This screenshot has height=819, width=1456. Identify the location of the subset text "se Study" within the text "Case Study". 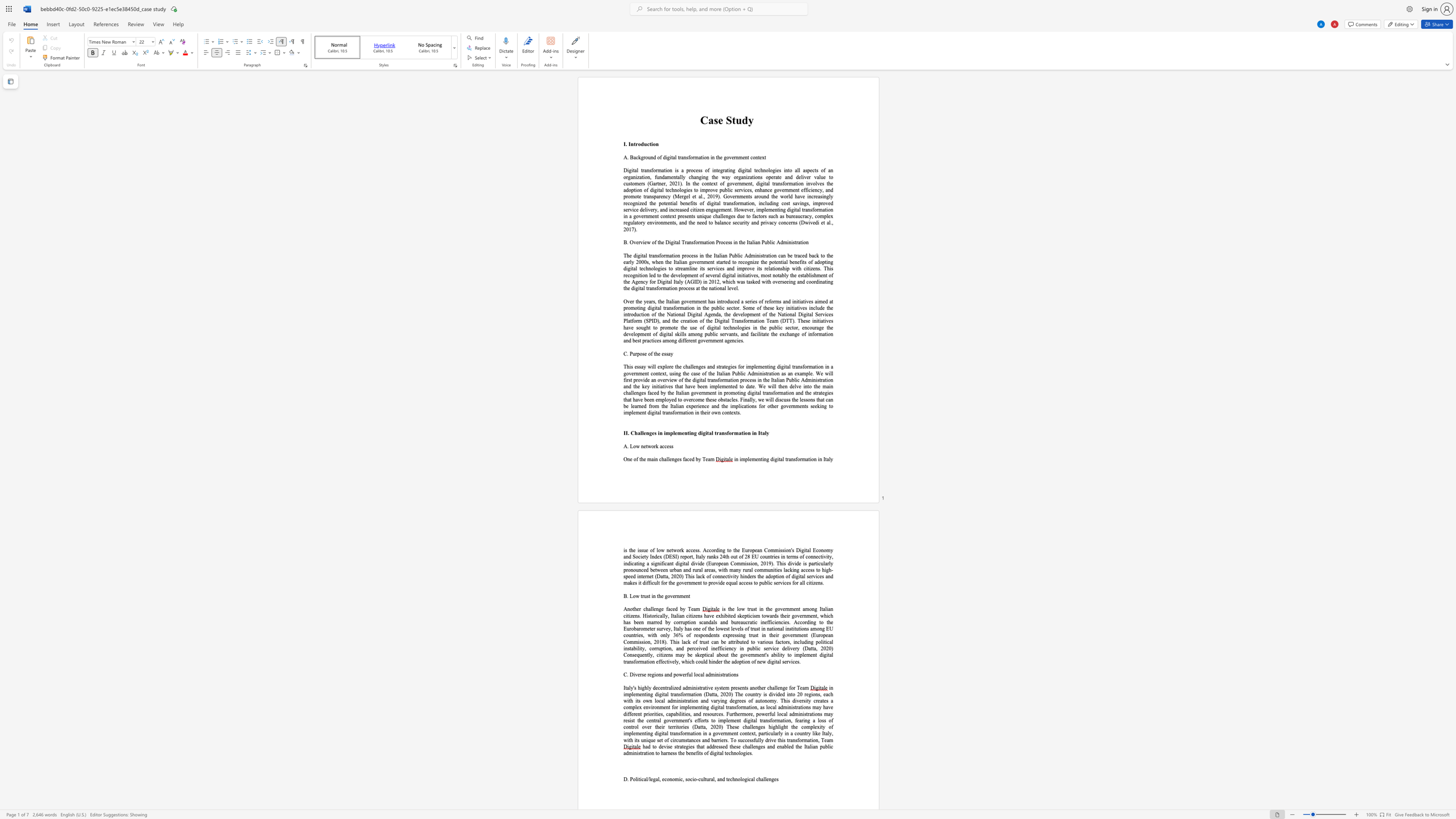
(713, 120).